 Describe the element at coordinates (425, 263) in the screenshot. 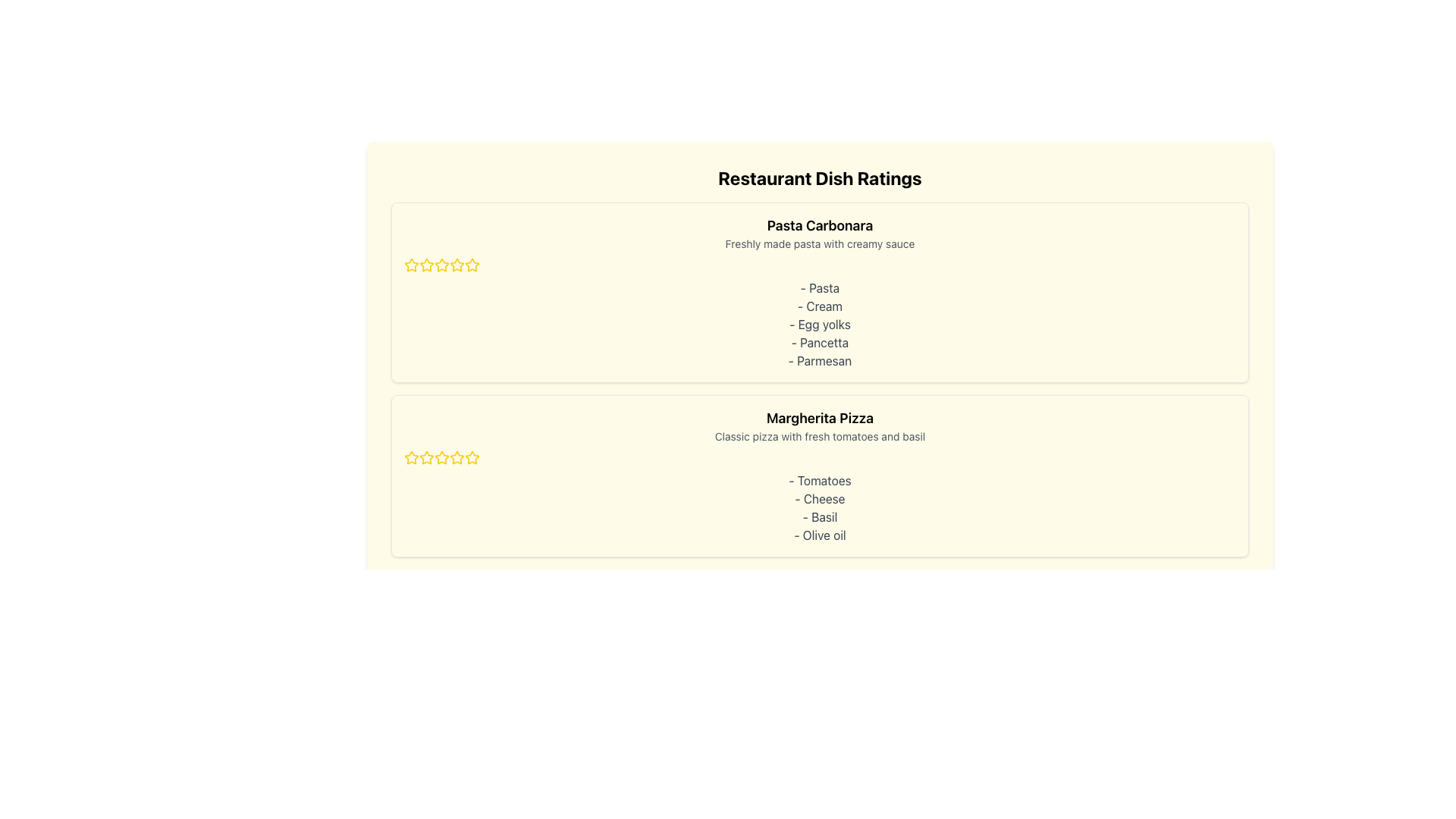

I see `the first star in the five-star rating component above the 'Pasta Carbonara' description to rate it` at that location.